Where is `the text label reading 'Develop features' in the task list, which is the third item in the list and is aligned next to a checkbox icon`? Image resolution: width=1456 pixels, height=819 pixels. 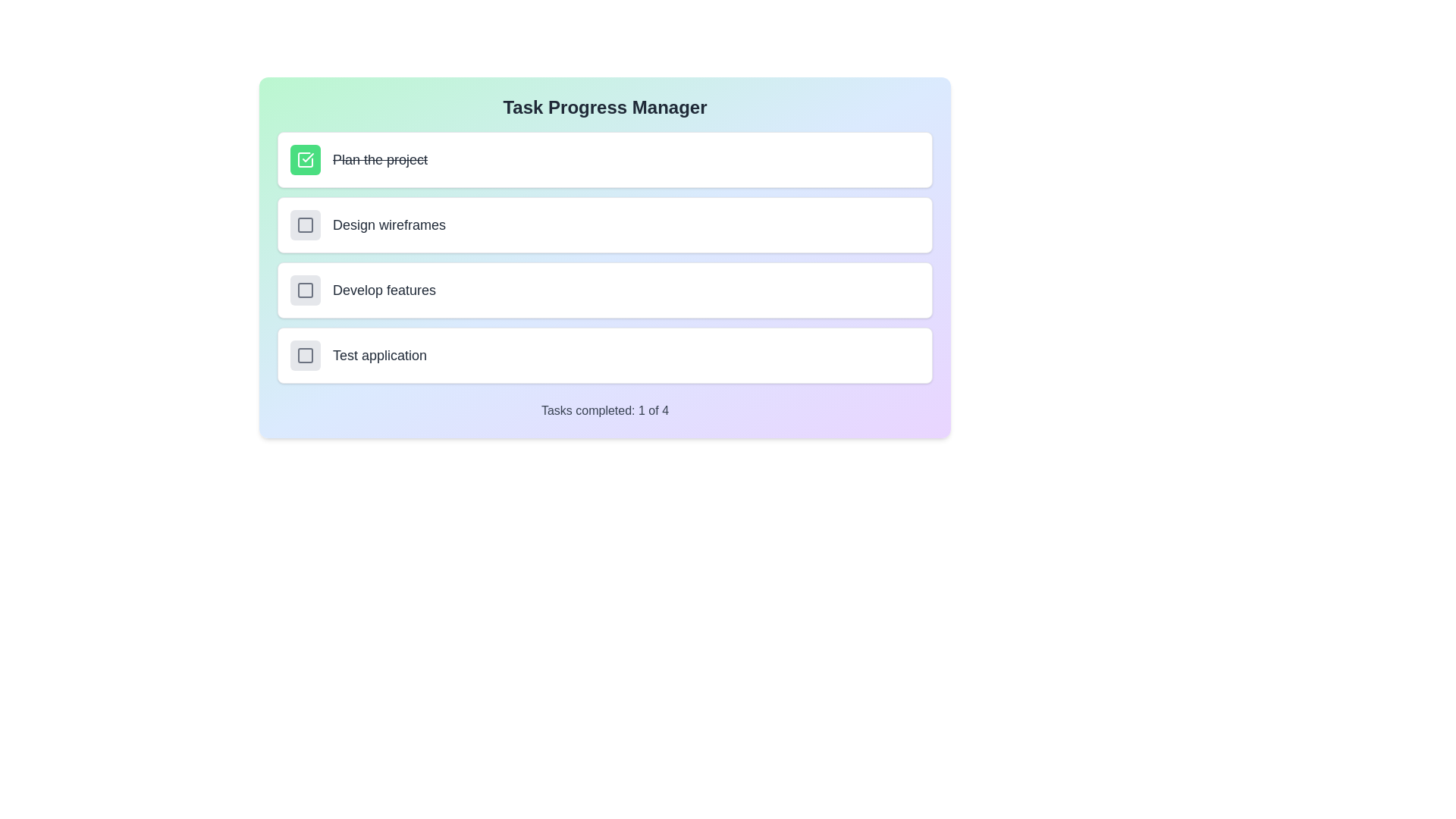
the text label reading 'Develop features' in the task list, which is the third item in the list and is aligned next to a checkbox icon is located at coordinates (384, 290).